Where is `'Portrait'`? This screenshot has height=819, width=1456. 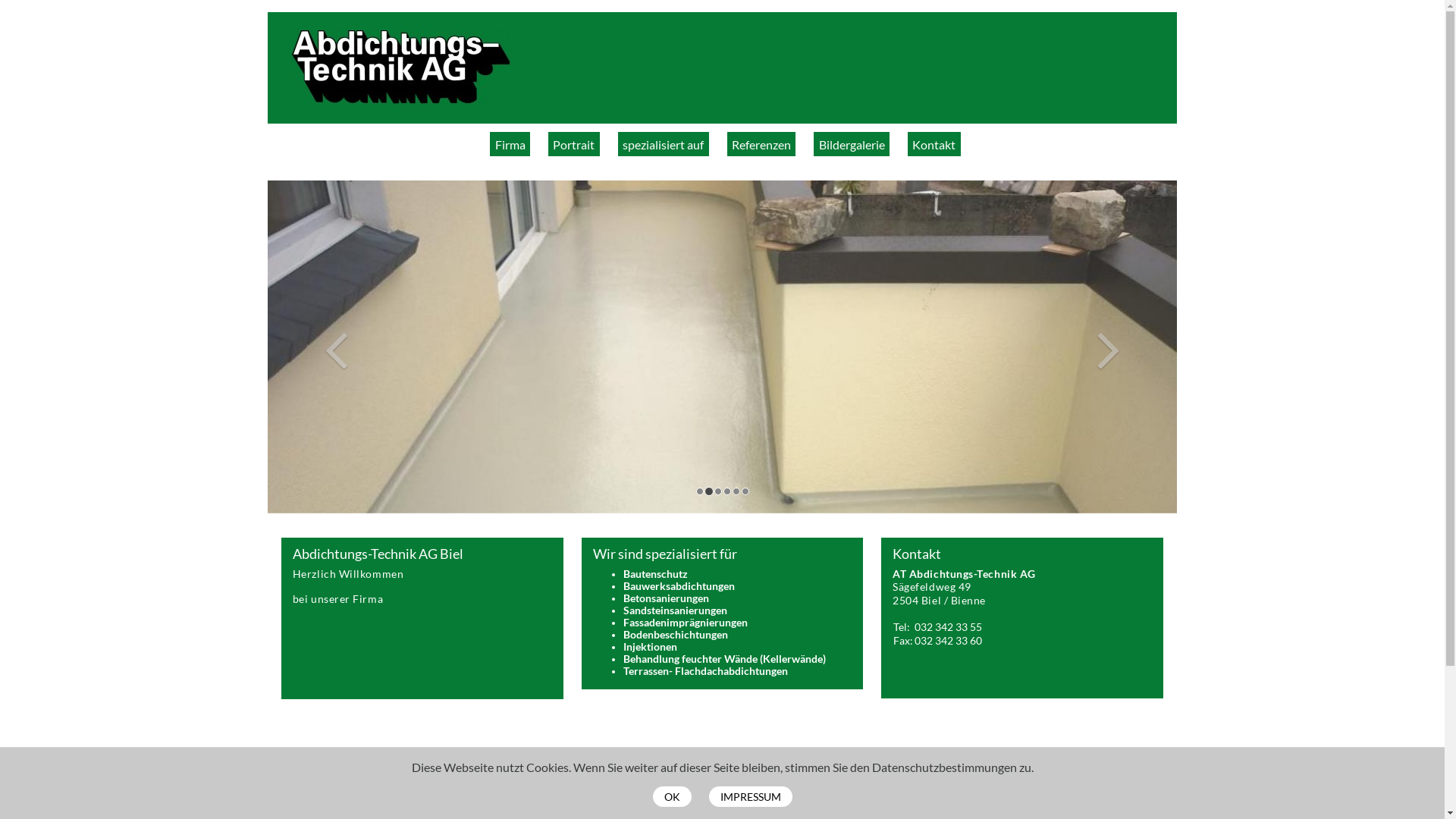 'Portrait' is located at coordinates (548, 143).